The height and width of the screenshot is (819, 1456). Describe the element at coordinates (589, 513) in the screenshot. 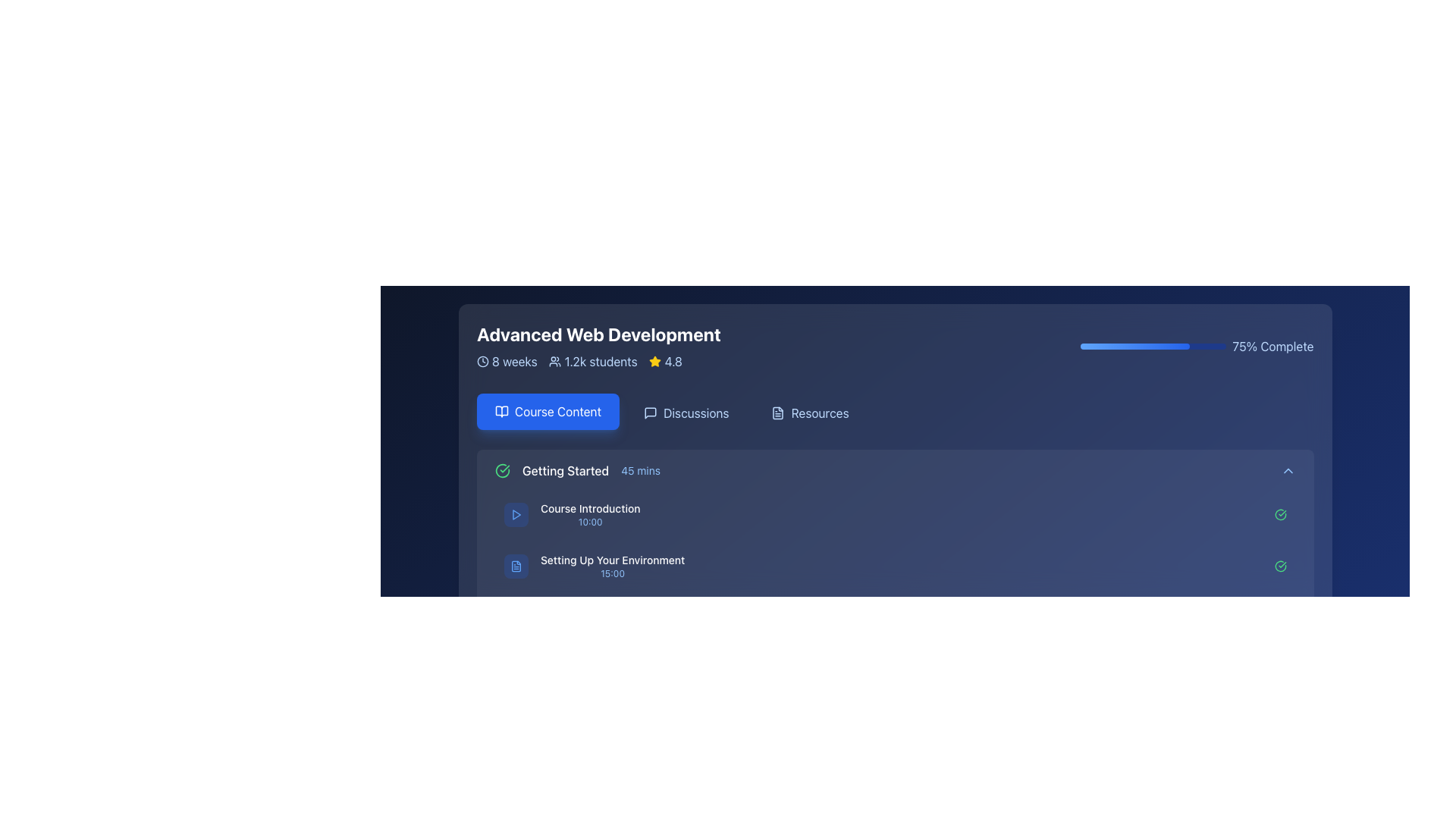

I see `information displayed in the label containing 'Course Introduction' and '10:00' on a dark blue background, which is associated with a video resource indicated by a preceding play button` at that location.